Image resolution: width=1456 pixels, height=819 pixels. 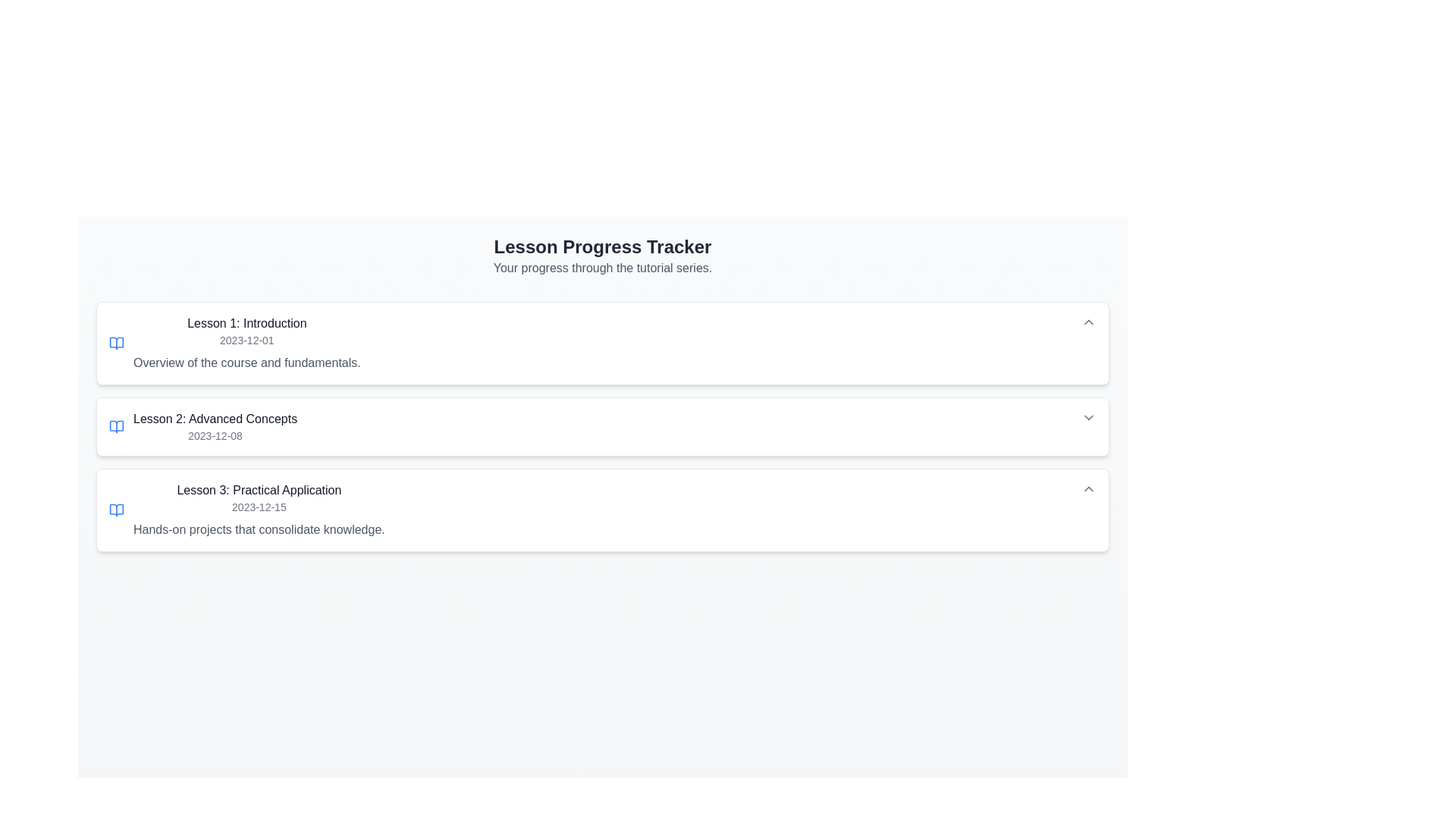 I want to click on the static text element that reads 'Hands-on projects that consolidate knowledge.', which is visually subordinate to the heading 'Lesson 3: Practical Application' and the date '2023-12-15', so click(x=259, y=529).